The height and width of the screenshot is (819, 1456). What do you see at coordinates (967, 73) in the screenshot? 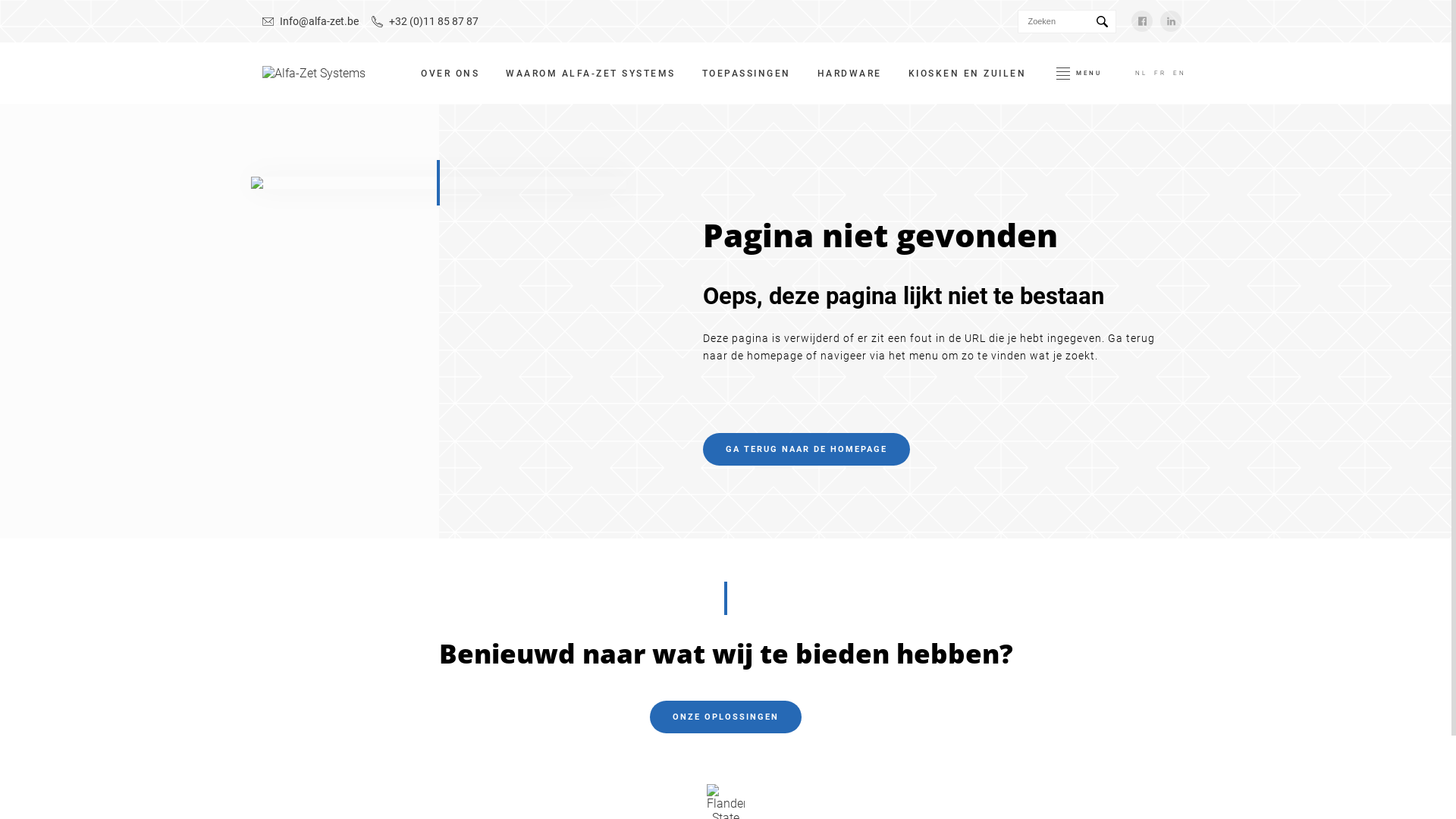
I see `'KIOSKEN EN ZUILEN'` at bounding box center [967, 73].